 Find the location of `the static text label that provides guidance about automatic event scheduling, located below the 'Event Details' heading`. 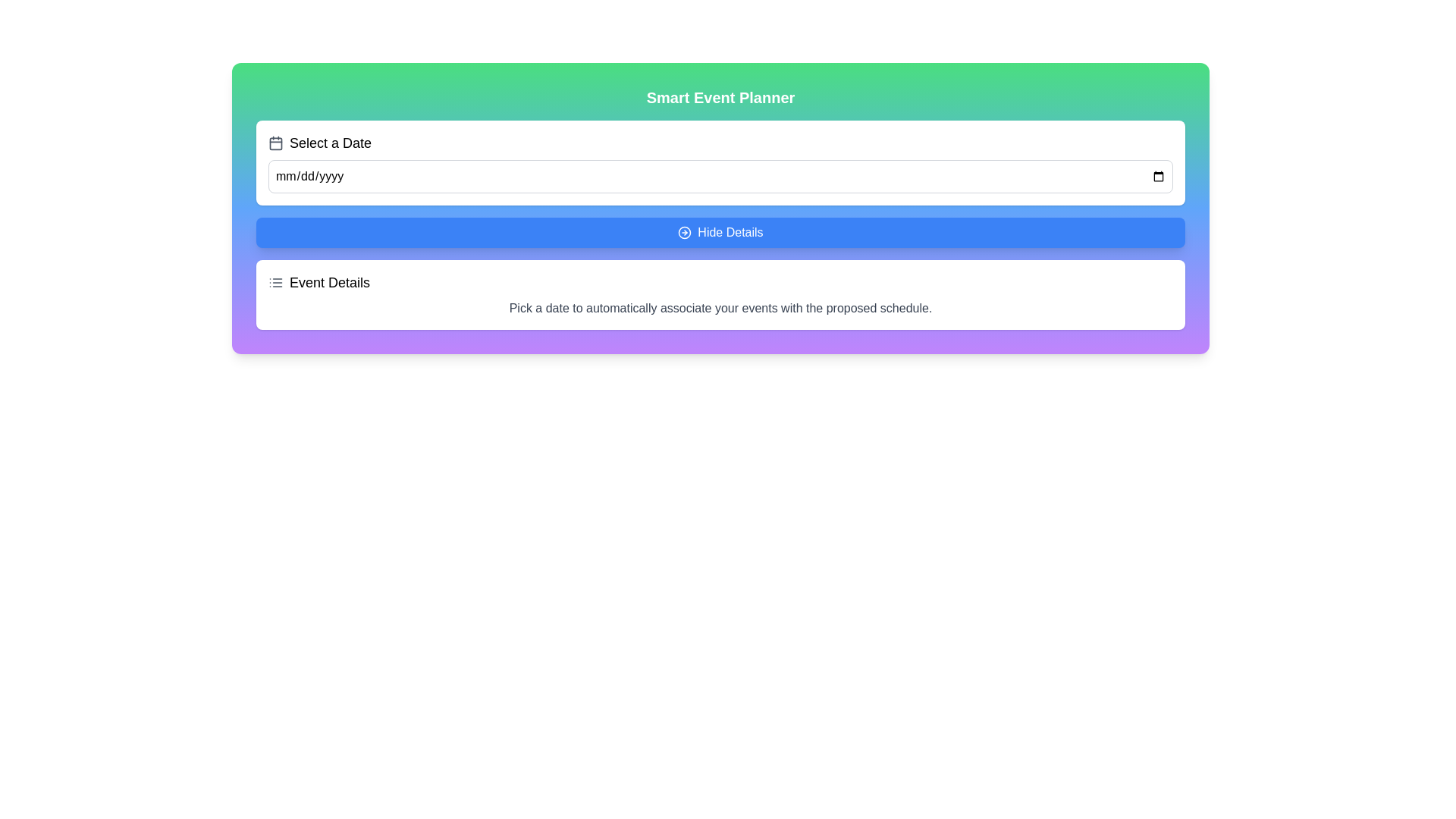

the static text label that provides guidance about automatic event scheduling, located below the 'Event Details' heading is located at coordinates (720, 308).